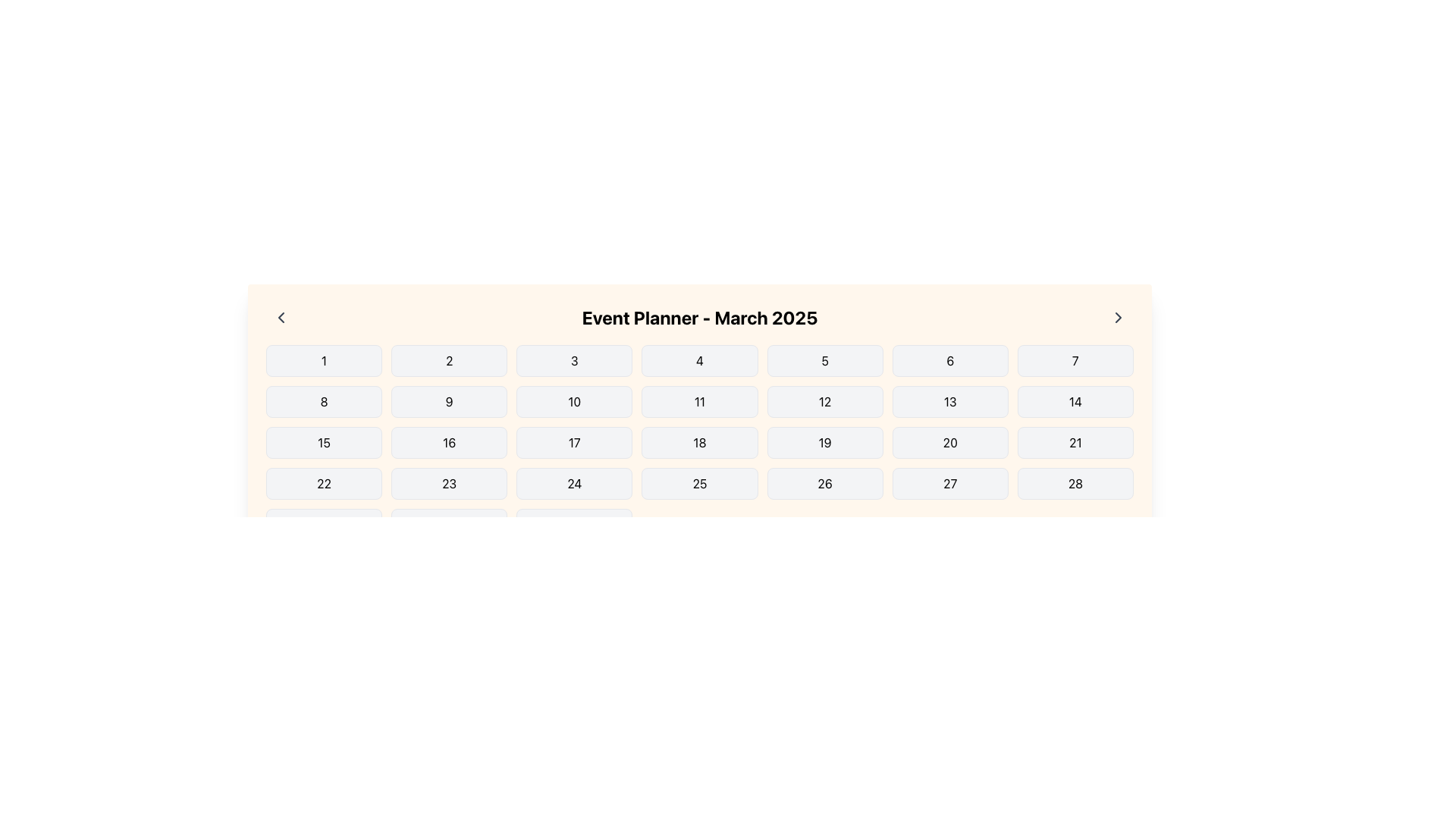  I want to click on the text label indicating the 25th day in the calendar month, located in the fifth column of the fourth row of the calendar grid, so click(698, 483).